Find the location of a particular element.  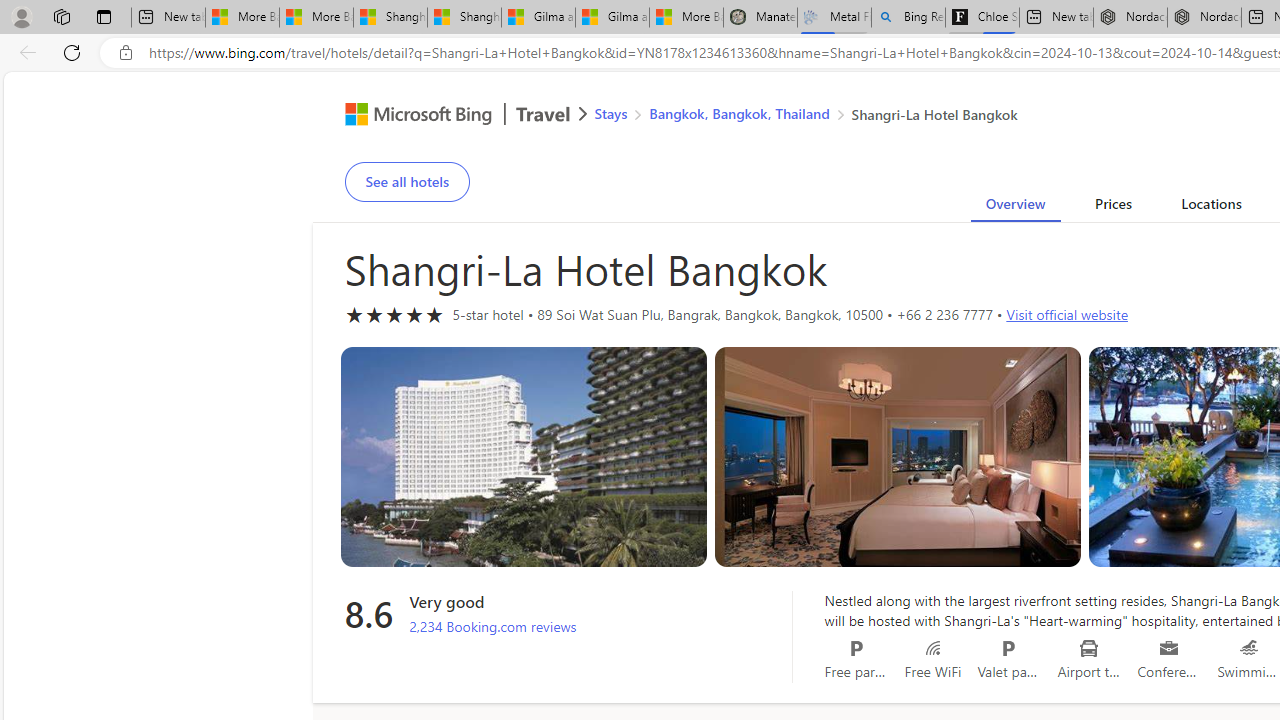

'Bangkok, Bangkok, Thailand' is located at coordinates (738, 113).